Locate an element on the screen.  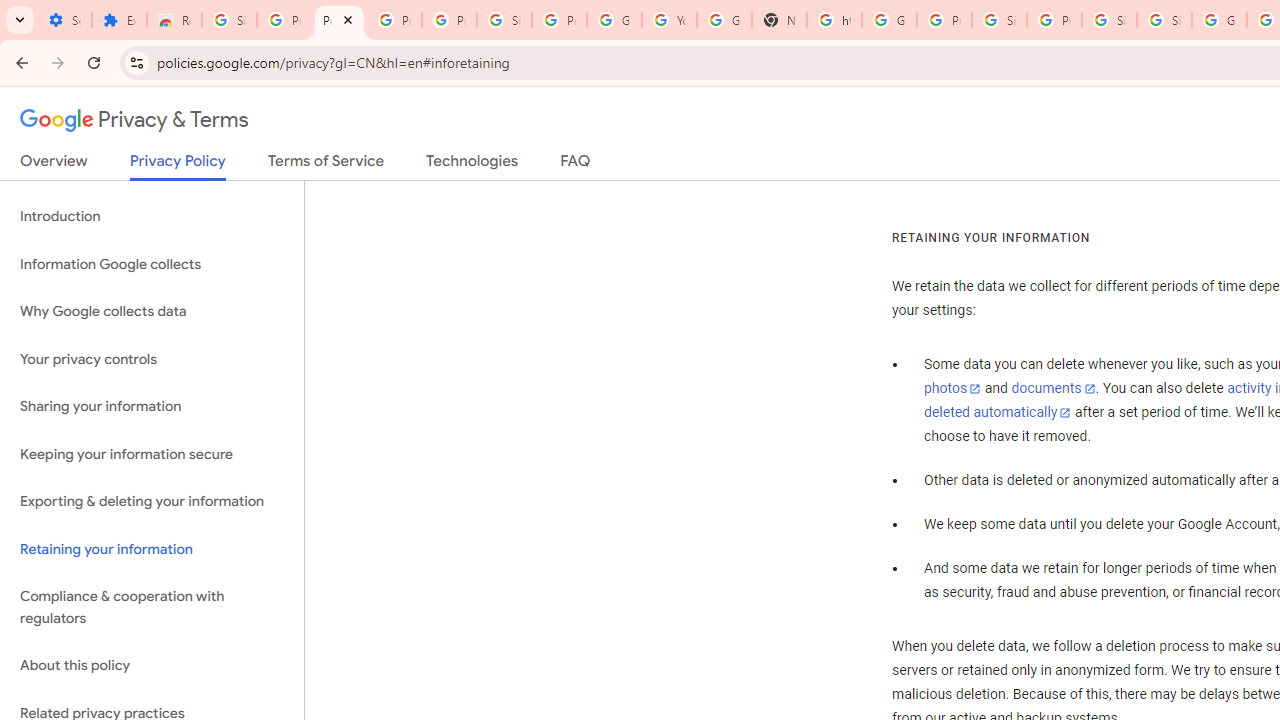
'YouTube' is located at coordinates (670, 20).